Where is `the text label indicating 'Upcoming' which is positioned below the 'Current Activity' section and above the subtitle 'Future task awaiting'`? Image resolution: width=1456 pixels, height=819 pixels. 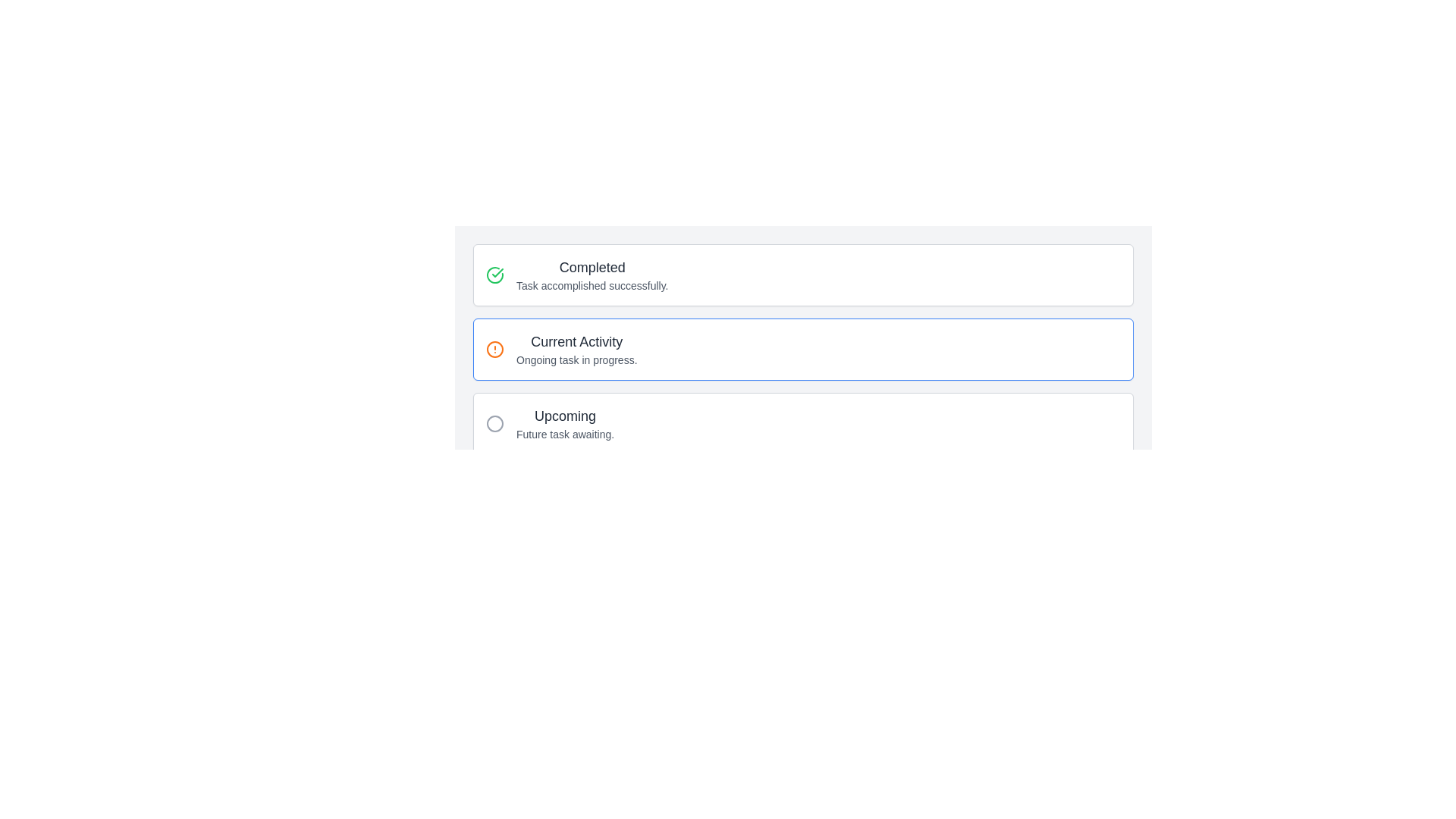 the text label indicating 'Upcoming' which is positioned below the 'Current Activity' section and above the subtitle 'Future task awaiting' is located at coordinates (564, 416).